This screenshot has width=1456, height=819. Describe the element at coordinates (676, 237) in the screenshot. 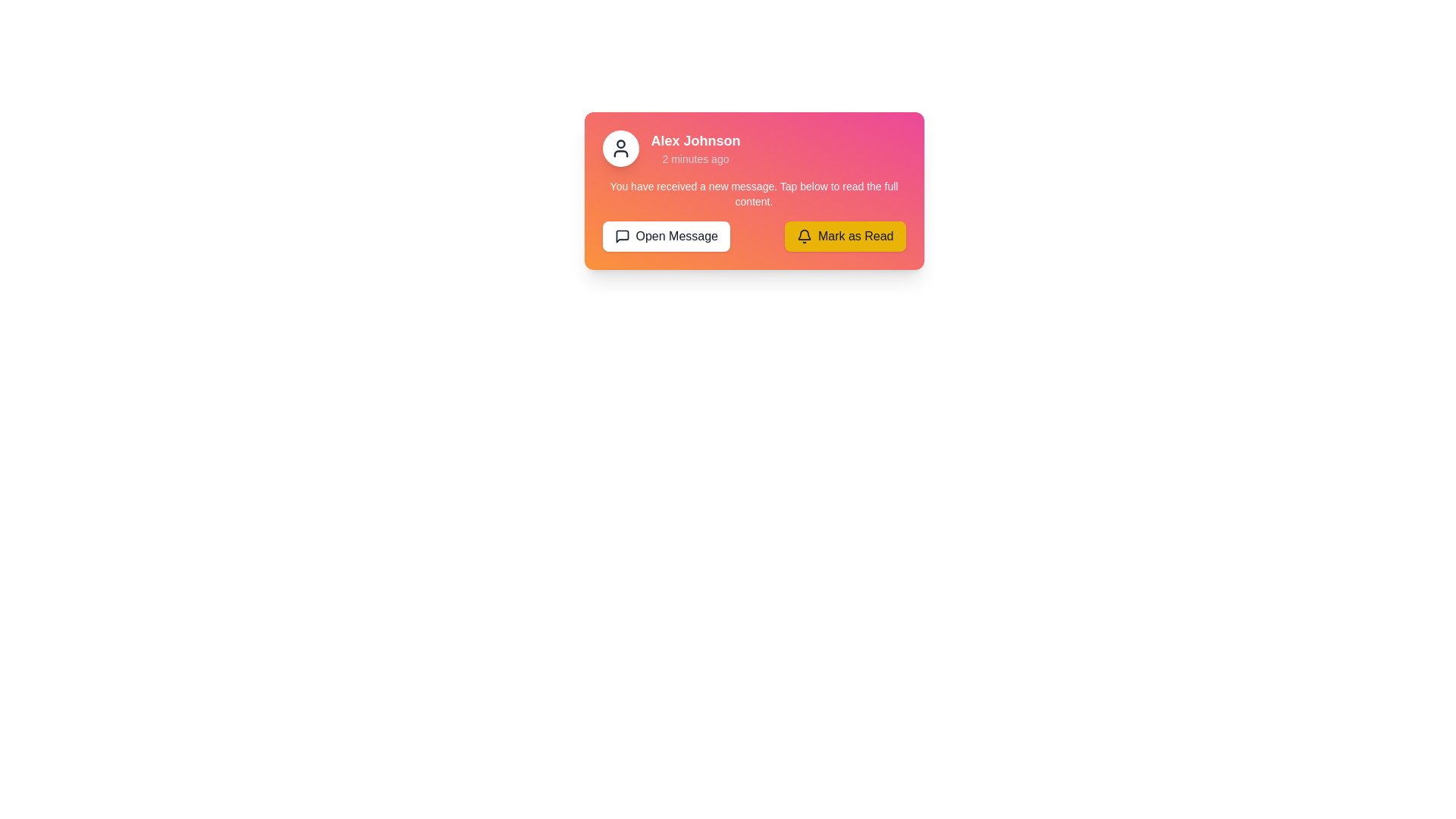

I see `the 'Open Message' button, which features bold text and a speech bubble icon, located within a colorful notification card at the specified coordinates` at that location.